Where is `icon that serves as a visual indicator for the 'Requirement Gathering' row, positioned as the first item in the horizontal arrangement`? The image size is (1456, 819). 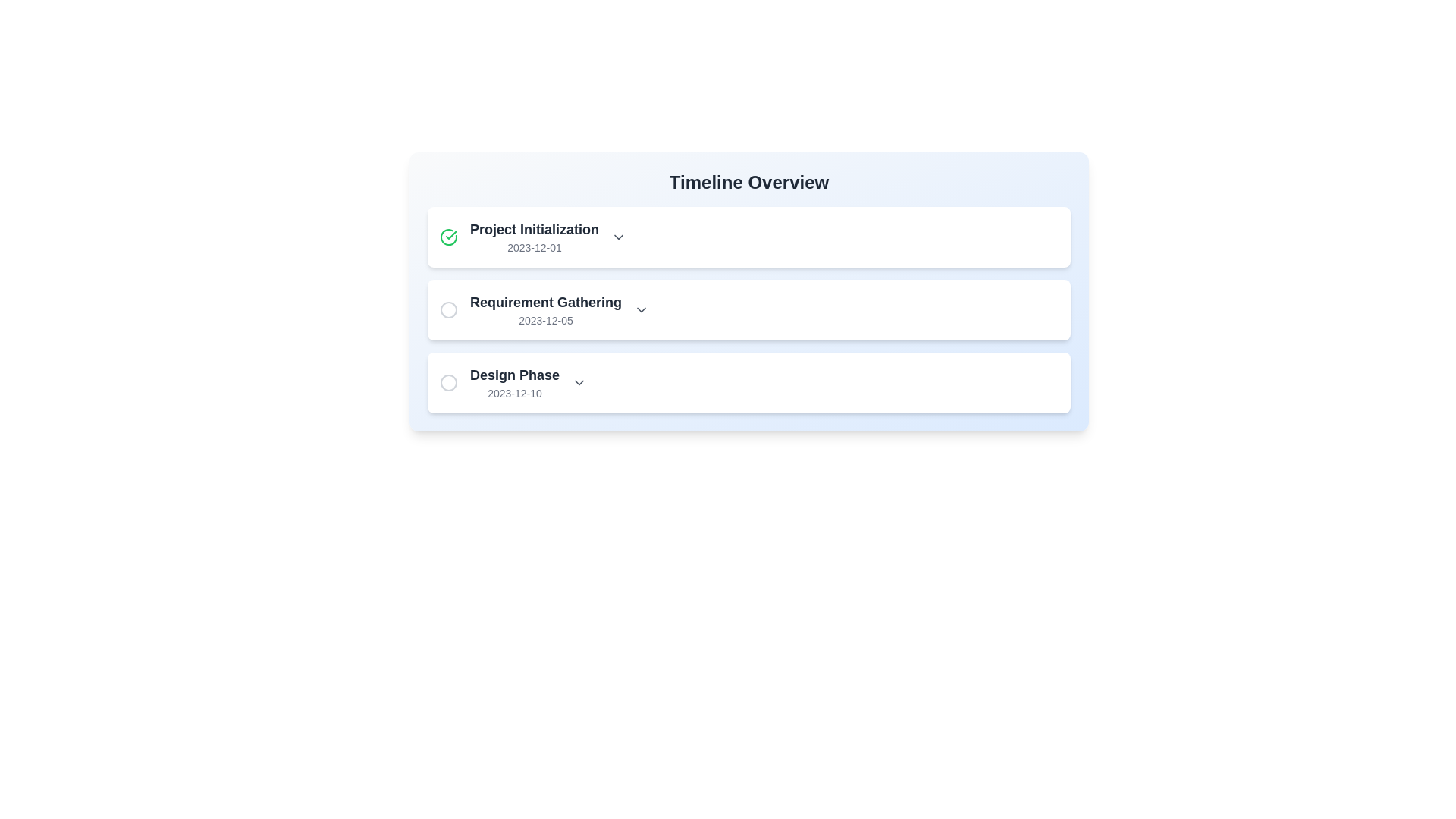
icon that serves as a visual indicator for the 'Requirement Gathering' row, positioned as the first item in the horizontal arrangement is located at coordinates (447, 309).